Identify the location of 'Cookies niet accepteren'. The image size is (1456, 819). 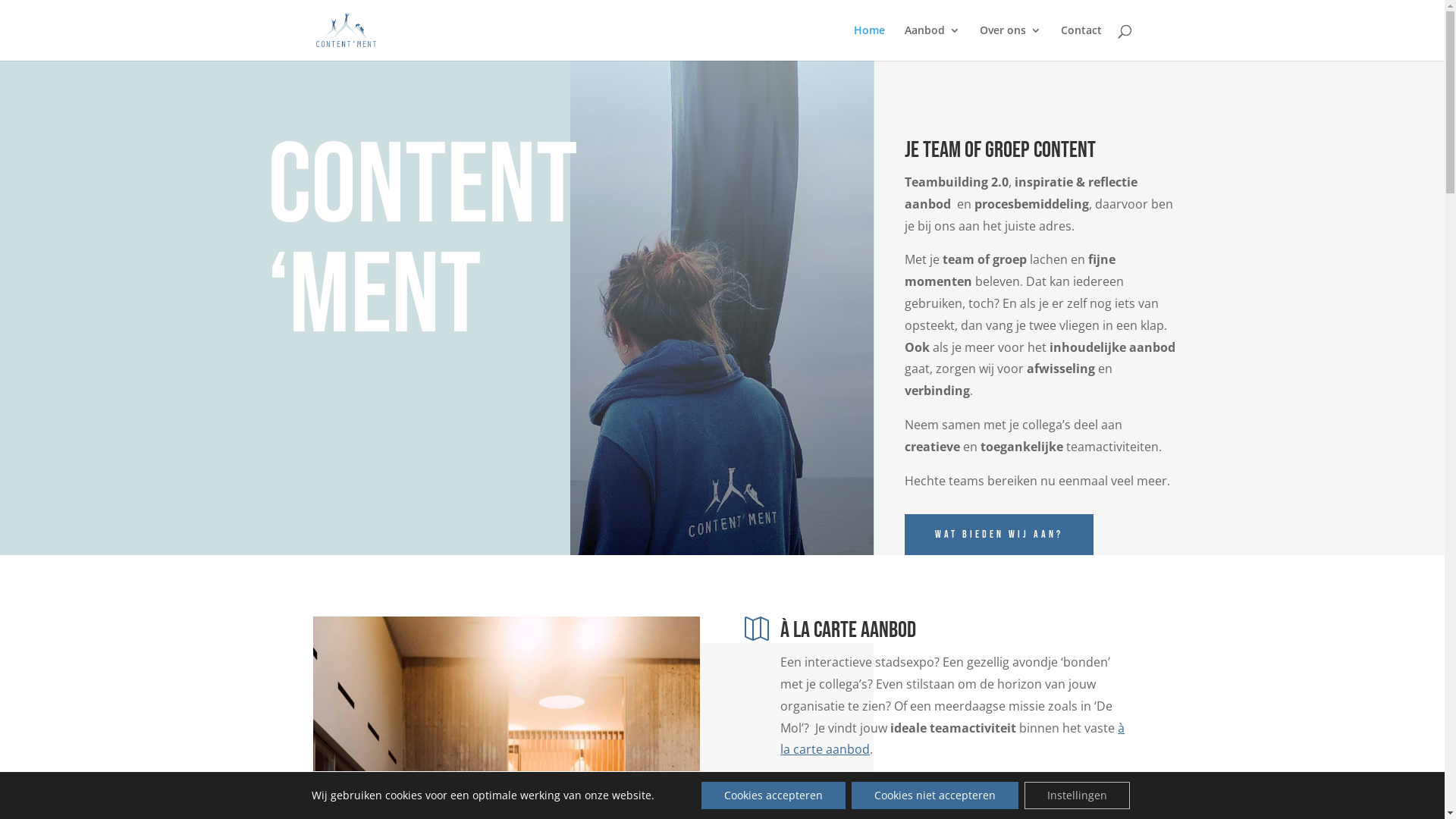
(934, 795).